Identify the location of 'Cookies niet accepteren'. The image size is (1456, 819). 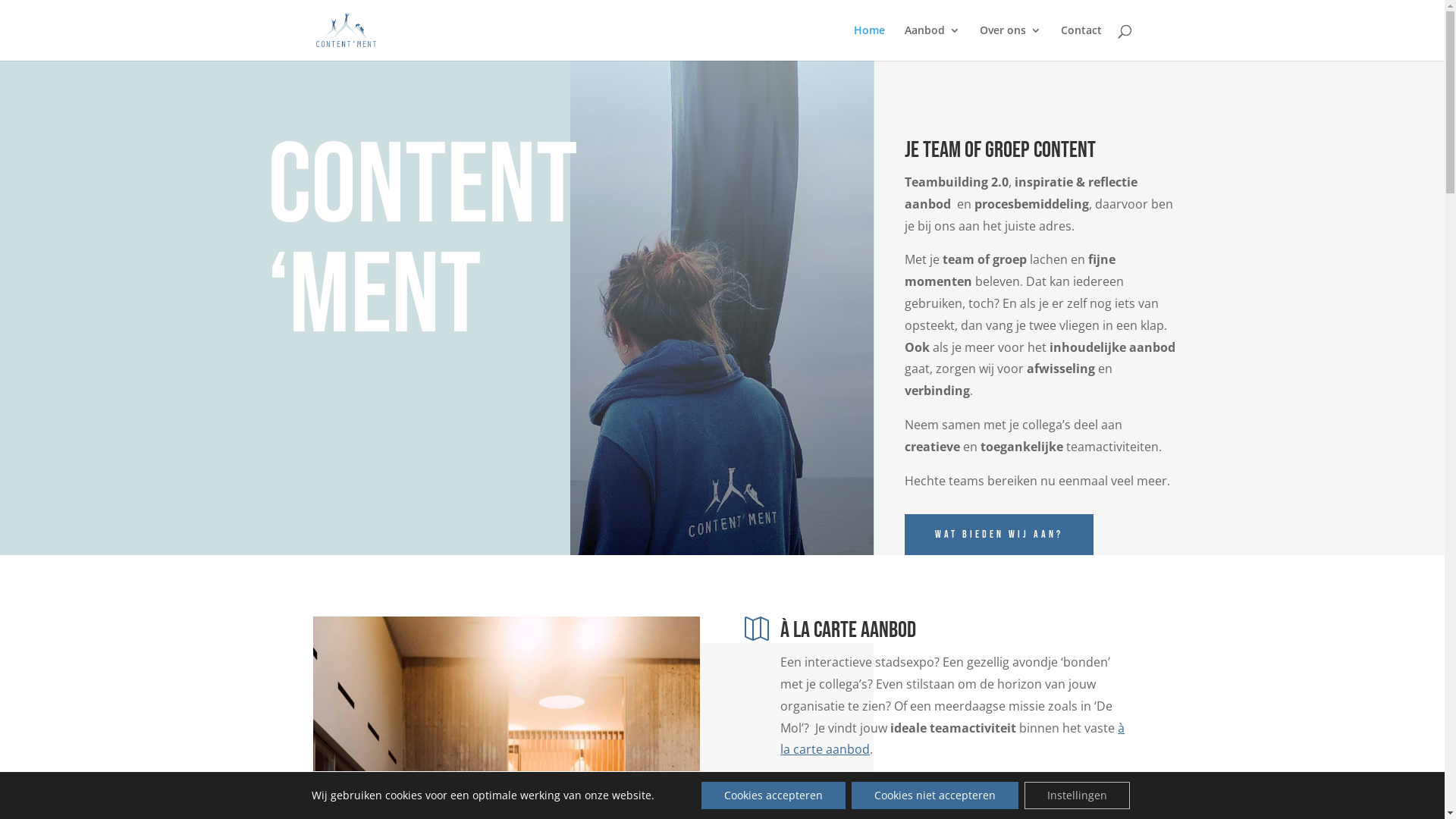
(934, 795).